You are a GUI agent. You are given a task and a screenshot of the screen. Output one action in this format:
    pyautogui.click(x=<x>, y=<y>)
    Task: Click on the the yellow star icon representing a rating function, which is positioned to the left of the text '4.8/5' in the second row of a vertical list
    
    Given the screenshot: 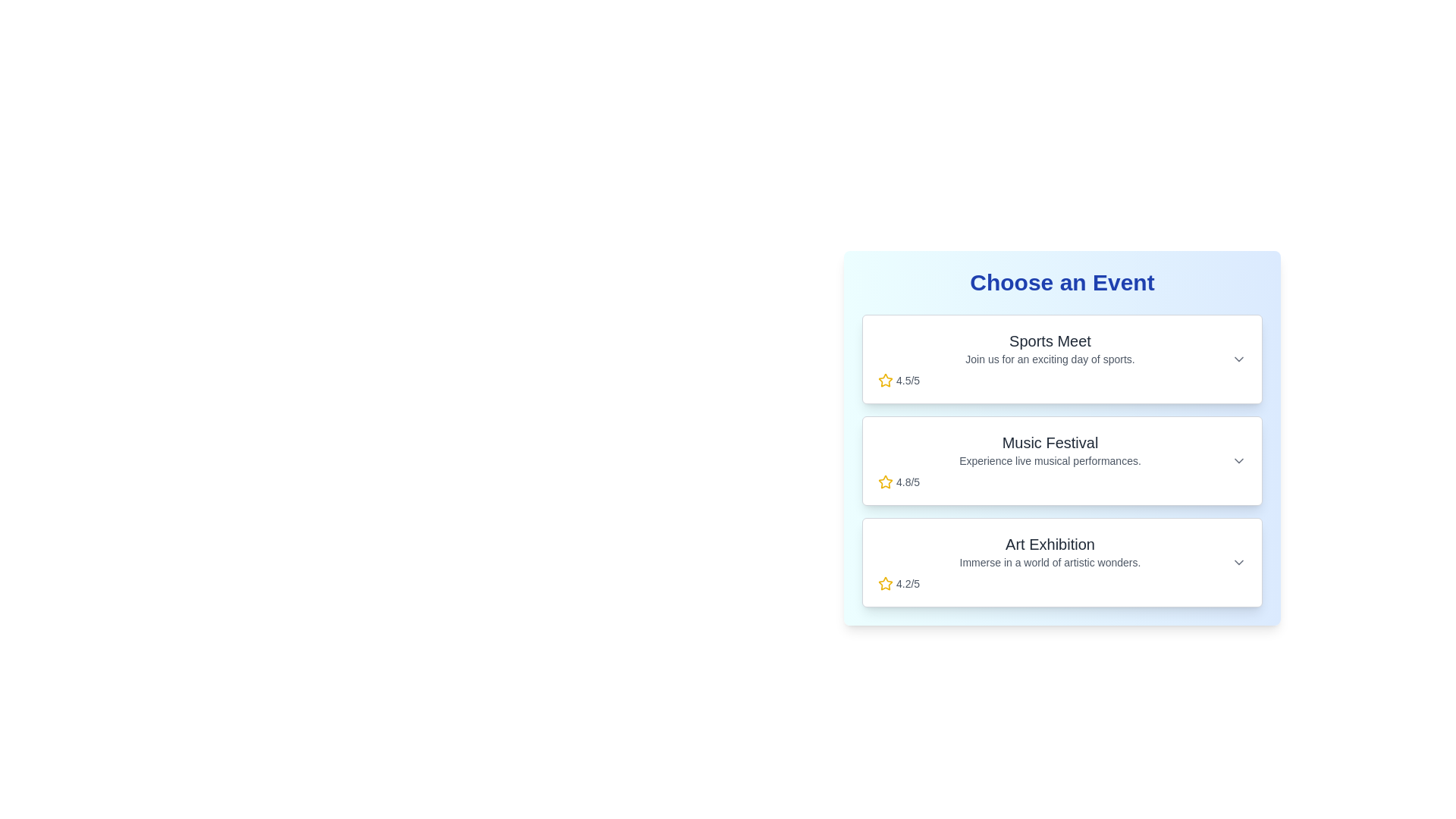 What is the action you would take?
    pyautogui.click(x=885, y=482)
    